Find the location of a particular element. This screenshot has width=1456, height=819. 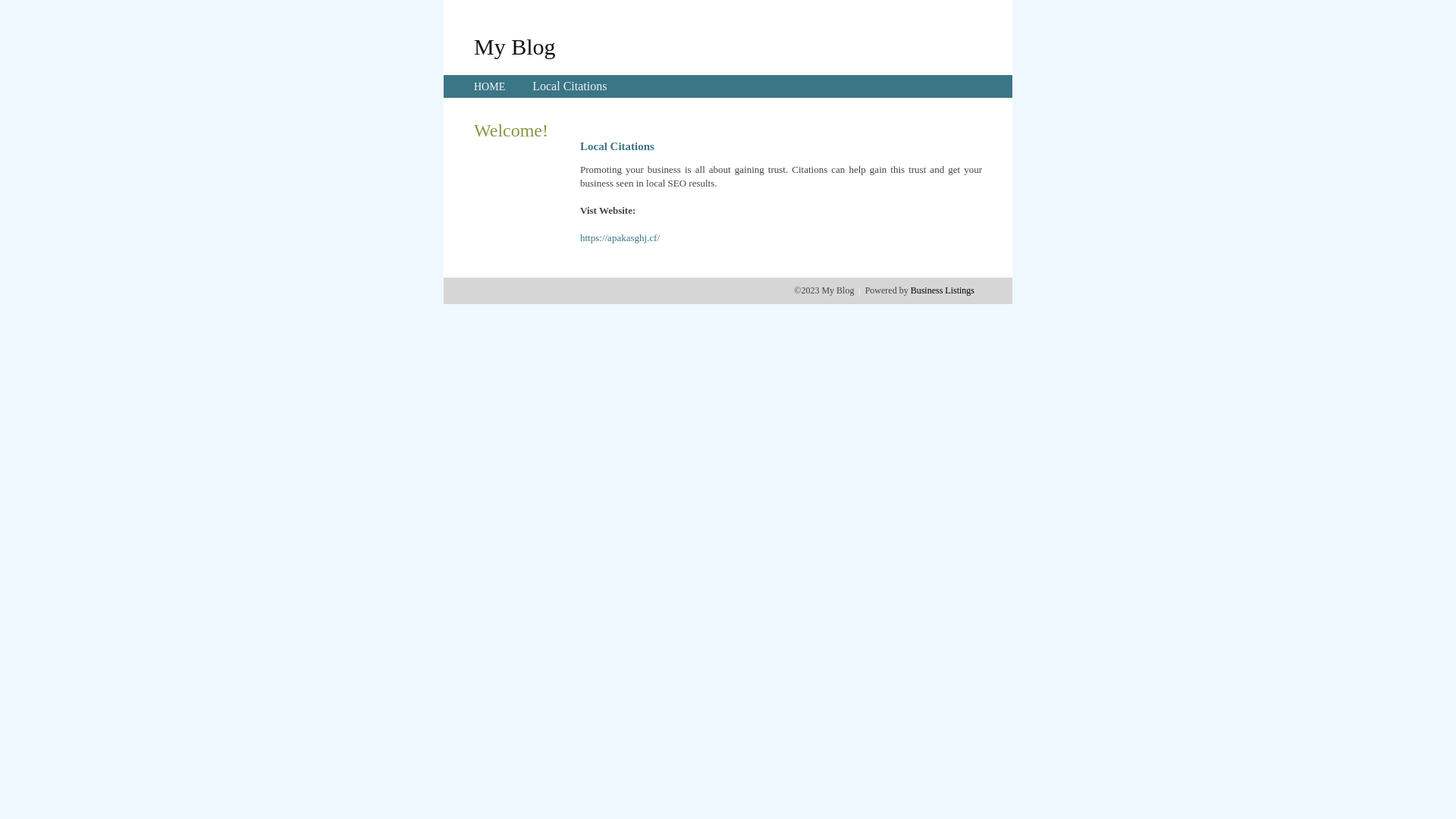

'https://apakasghj.cf/' is located at coordinates (579, 237).